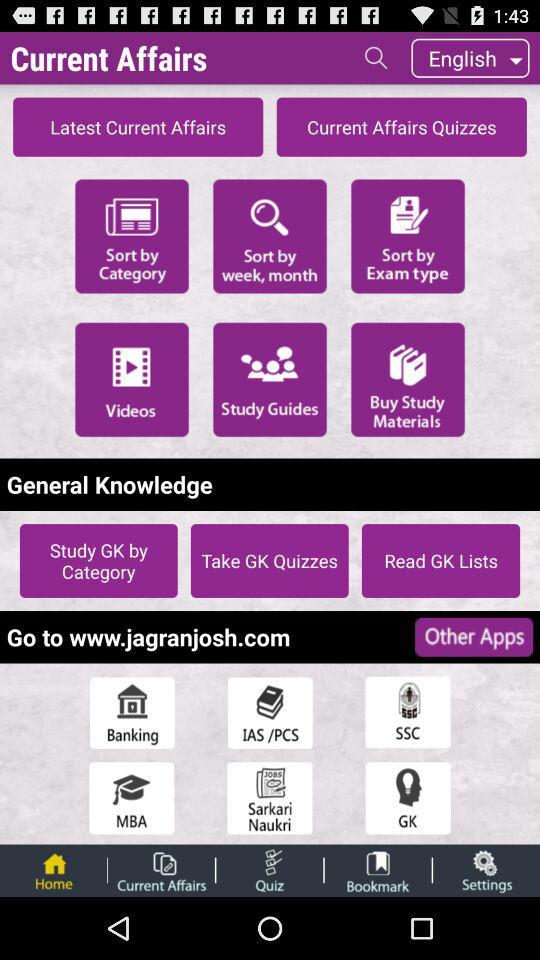  I want to click on return home, so click(53, 869).